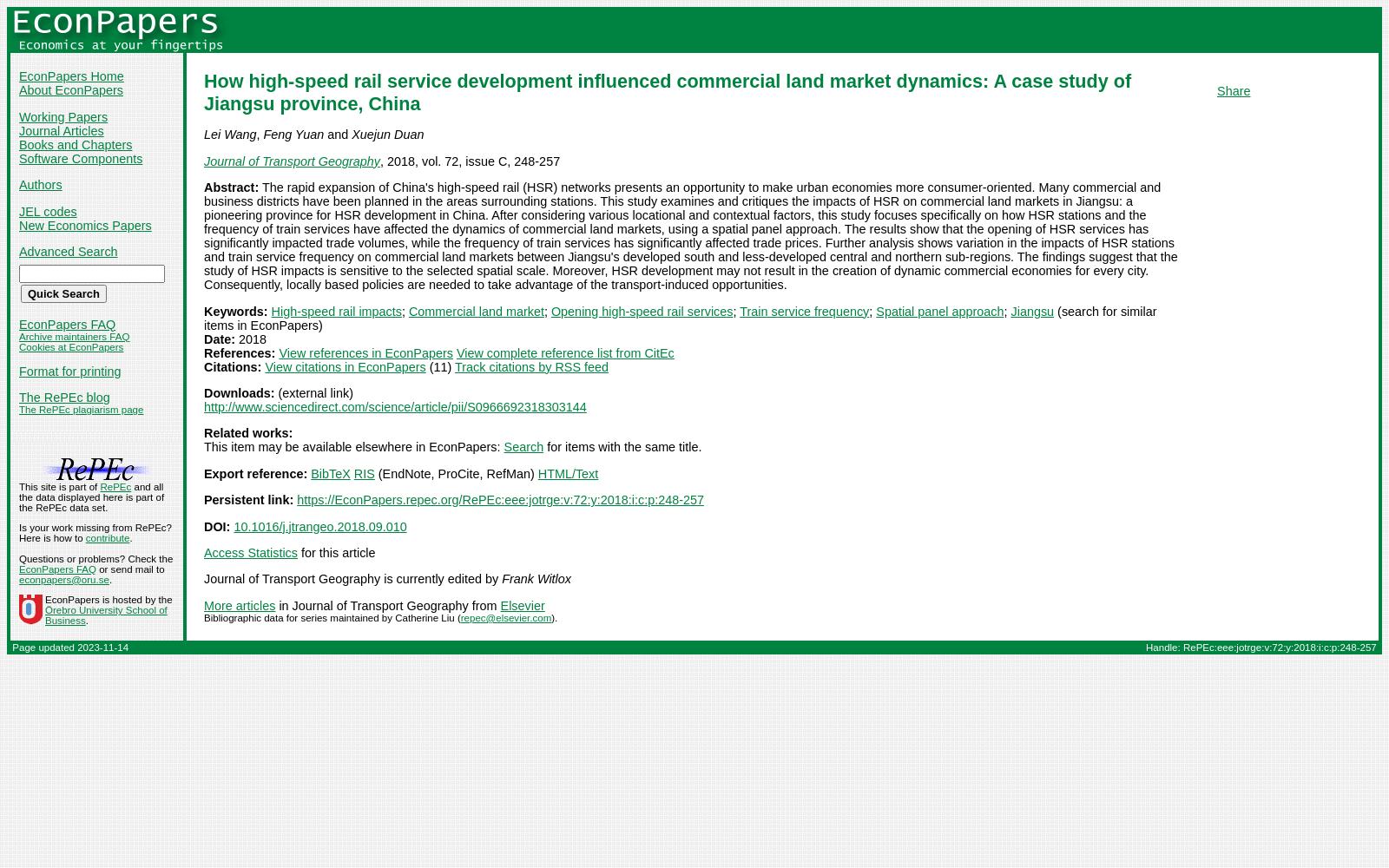 The height and width of the screenshot is (868, 1389). I want to click on 'This site is part of', so click(18, 486).